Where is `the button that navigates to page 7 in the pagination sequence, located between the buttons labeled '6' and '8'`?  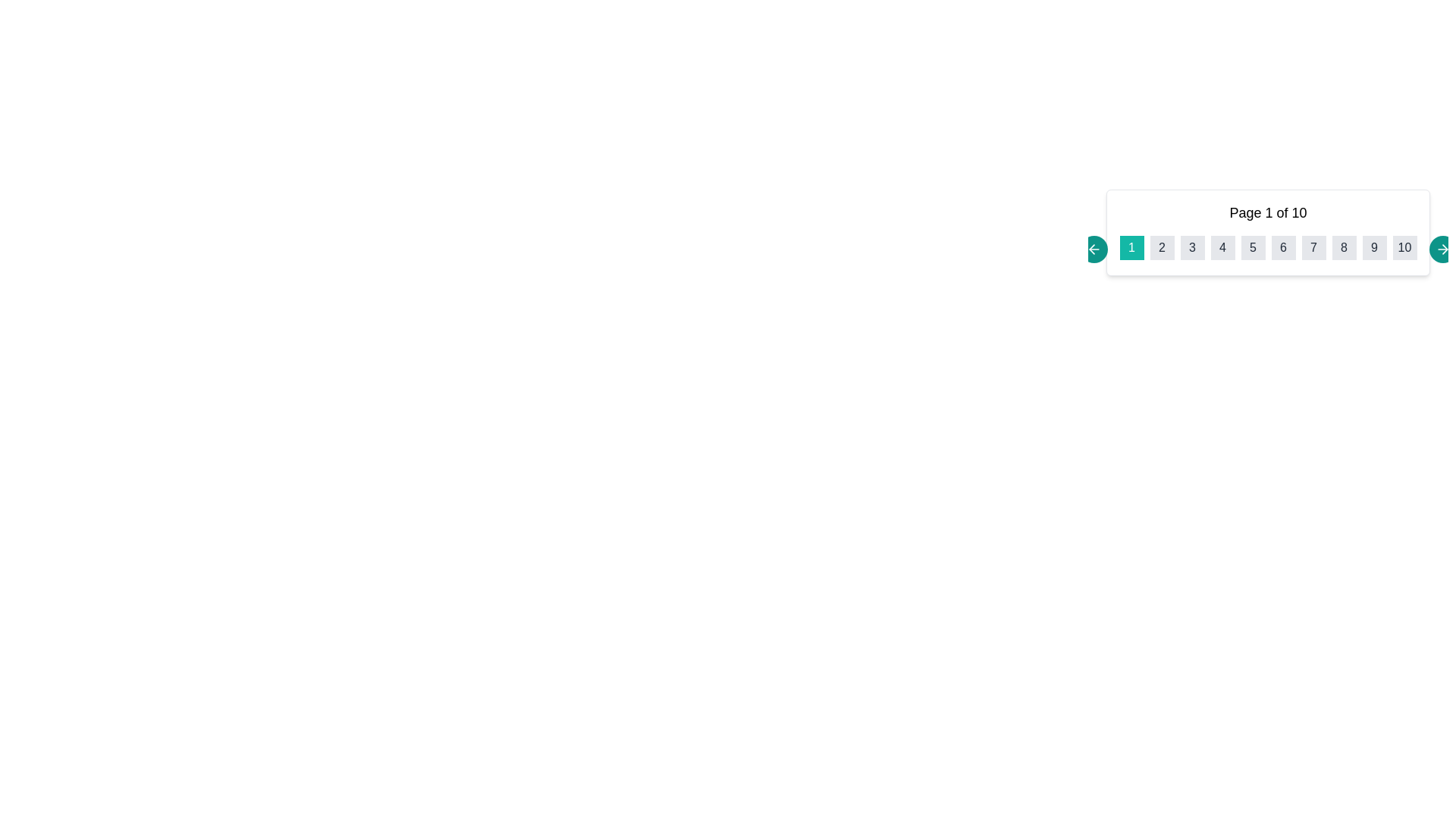 the button that navigates to page 7 in the pagination sequence, located between the buttons labeled '6' and '8' is located at coordinates (1313, 247).